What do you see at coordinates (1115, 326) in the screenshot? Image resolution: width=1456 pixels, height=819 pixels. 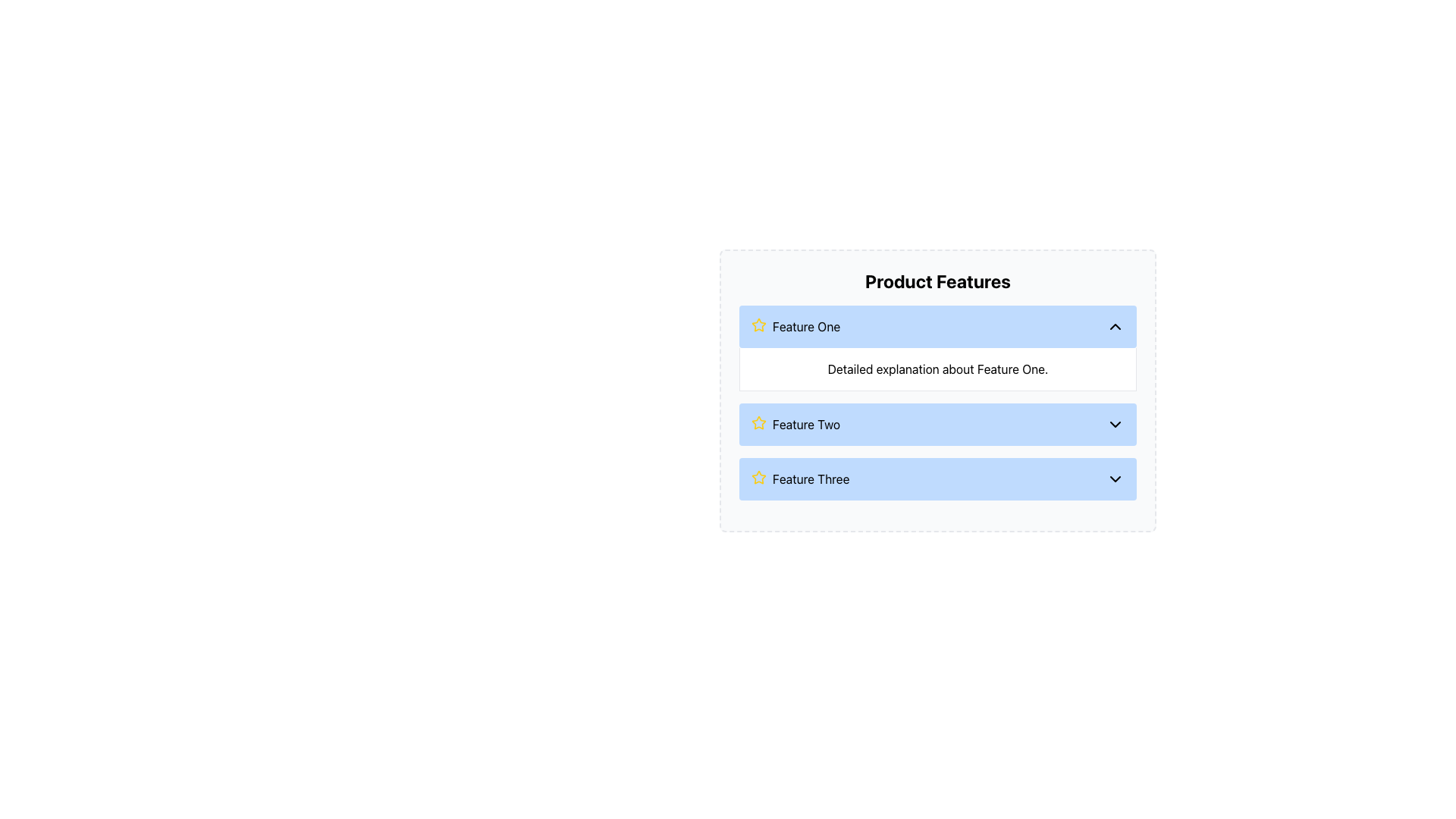 I see `the chevron-up icon located at the far right of the 'Feature One' section` at bounding box center [1115, 326].